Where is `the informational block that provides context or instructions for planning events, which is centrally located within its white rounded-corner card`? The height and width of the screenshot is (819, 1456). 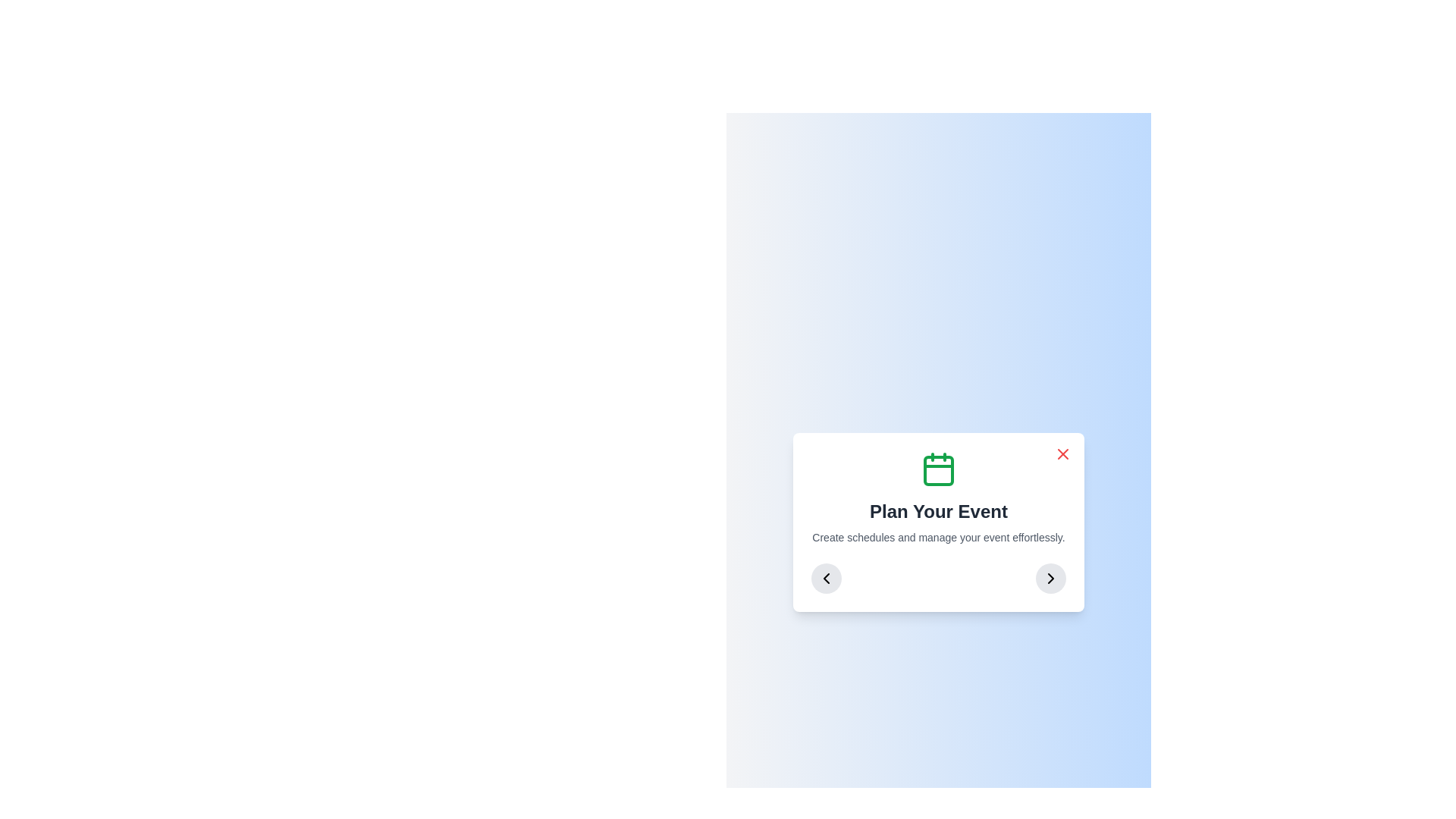
the informational block that provides context or instructions for planning events, which is centrally located within its white rounded-corner card is located at coordinates (938, 497).